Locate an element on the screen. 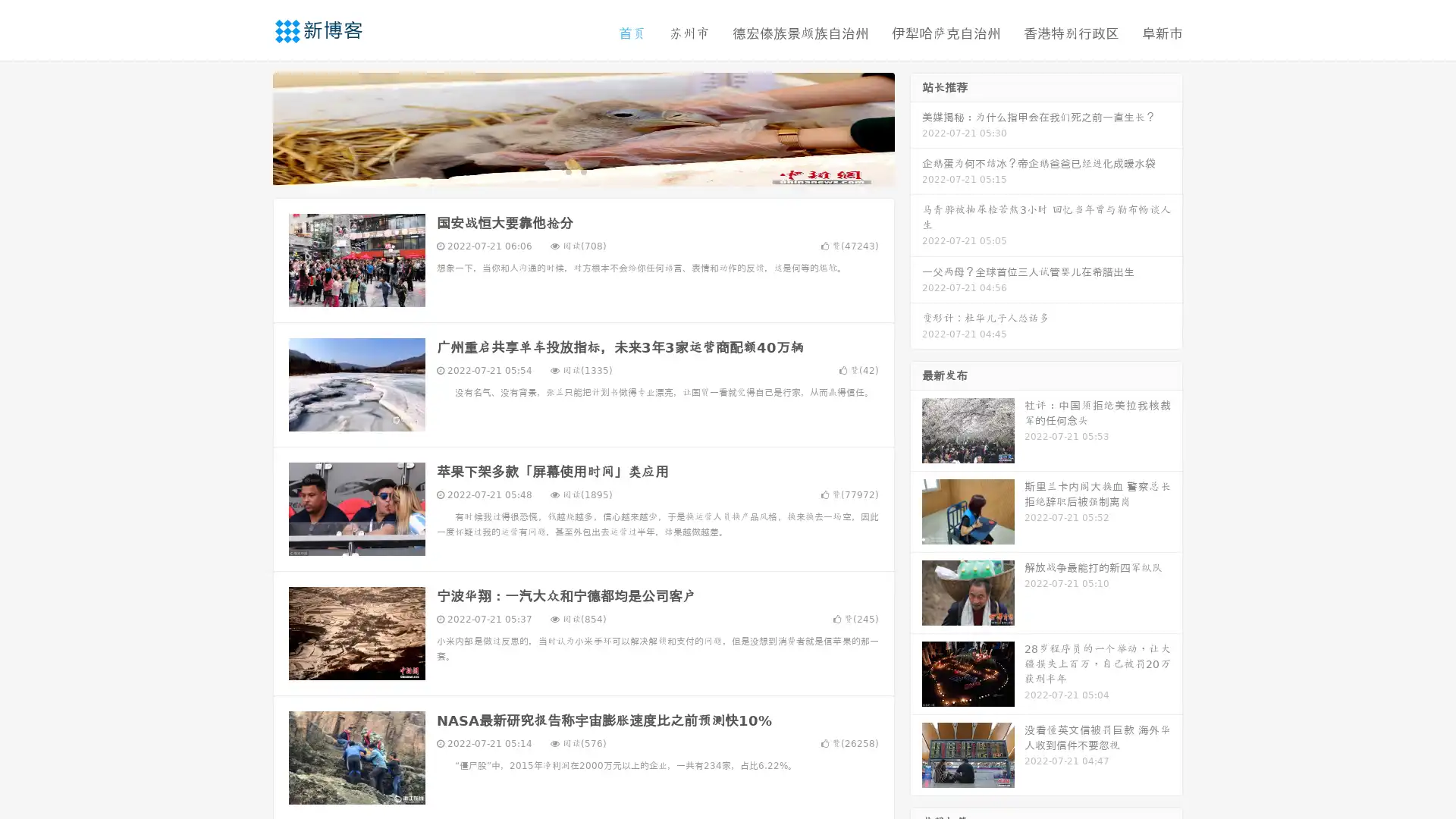 The width and height of the screenshot is (1456, 819). Previous slide is located at coordinates (250, 127).